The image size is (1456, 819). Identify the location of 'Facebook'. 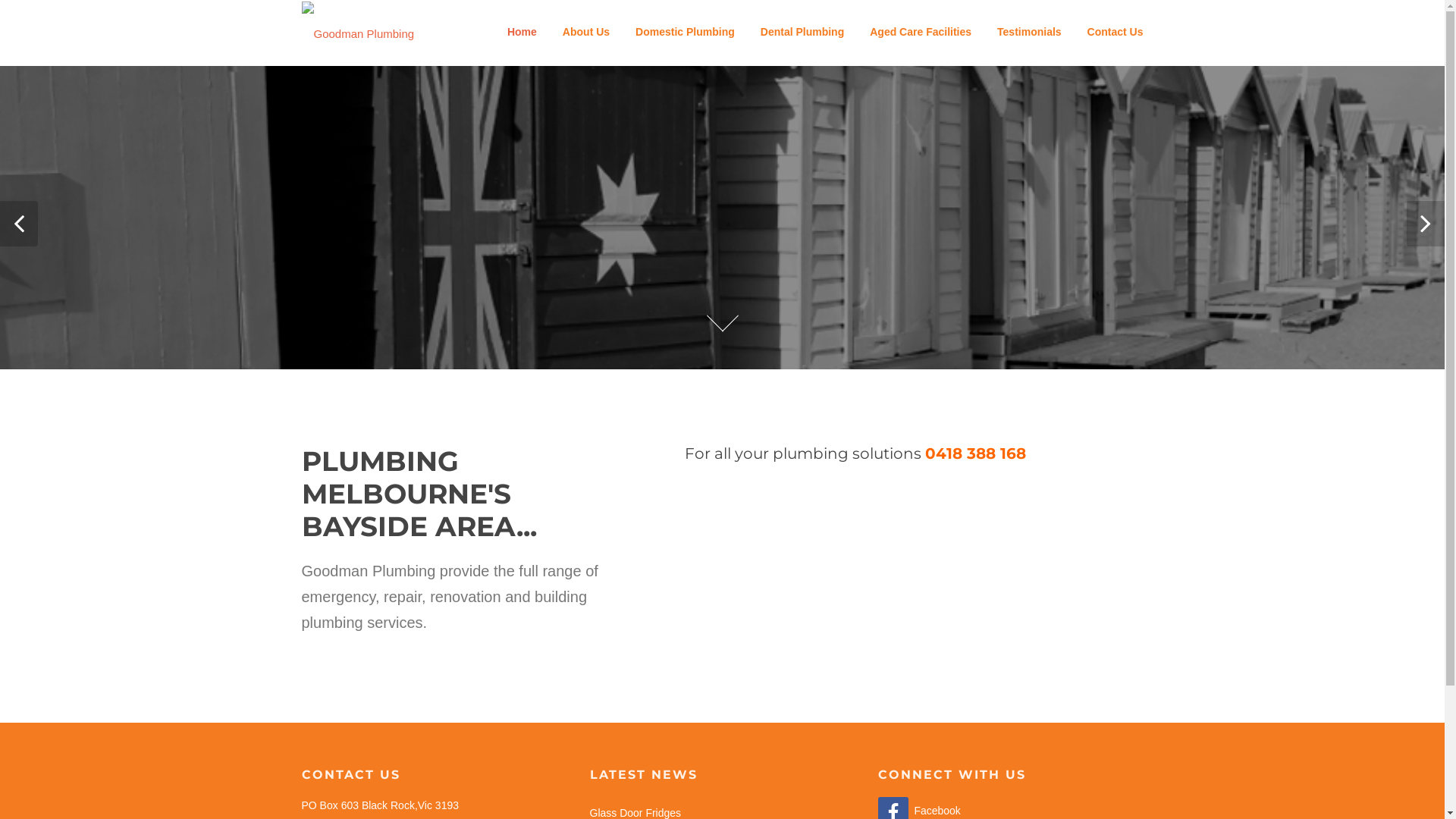
(918, 809).